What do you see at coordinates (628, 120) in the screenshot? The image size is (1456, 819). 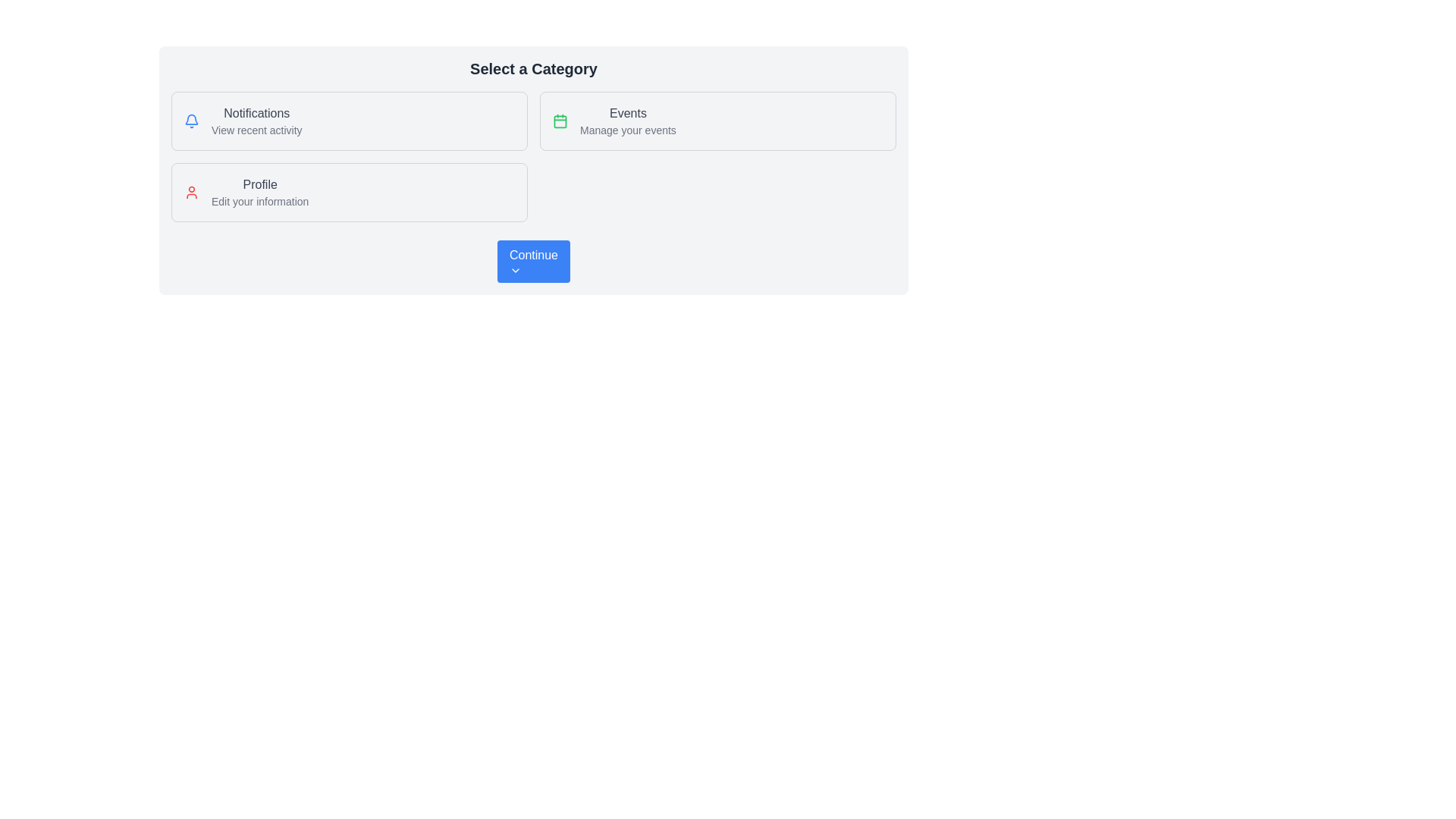 I see `the 'Events' text element, which consists of a prominent 'Events' label and a smaller 'Manage your events' subtext, located in the top-right of the category cards, next to a calendar icon` at bounding box center [628, 120].